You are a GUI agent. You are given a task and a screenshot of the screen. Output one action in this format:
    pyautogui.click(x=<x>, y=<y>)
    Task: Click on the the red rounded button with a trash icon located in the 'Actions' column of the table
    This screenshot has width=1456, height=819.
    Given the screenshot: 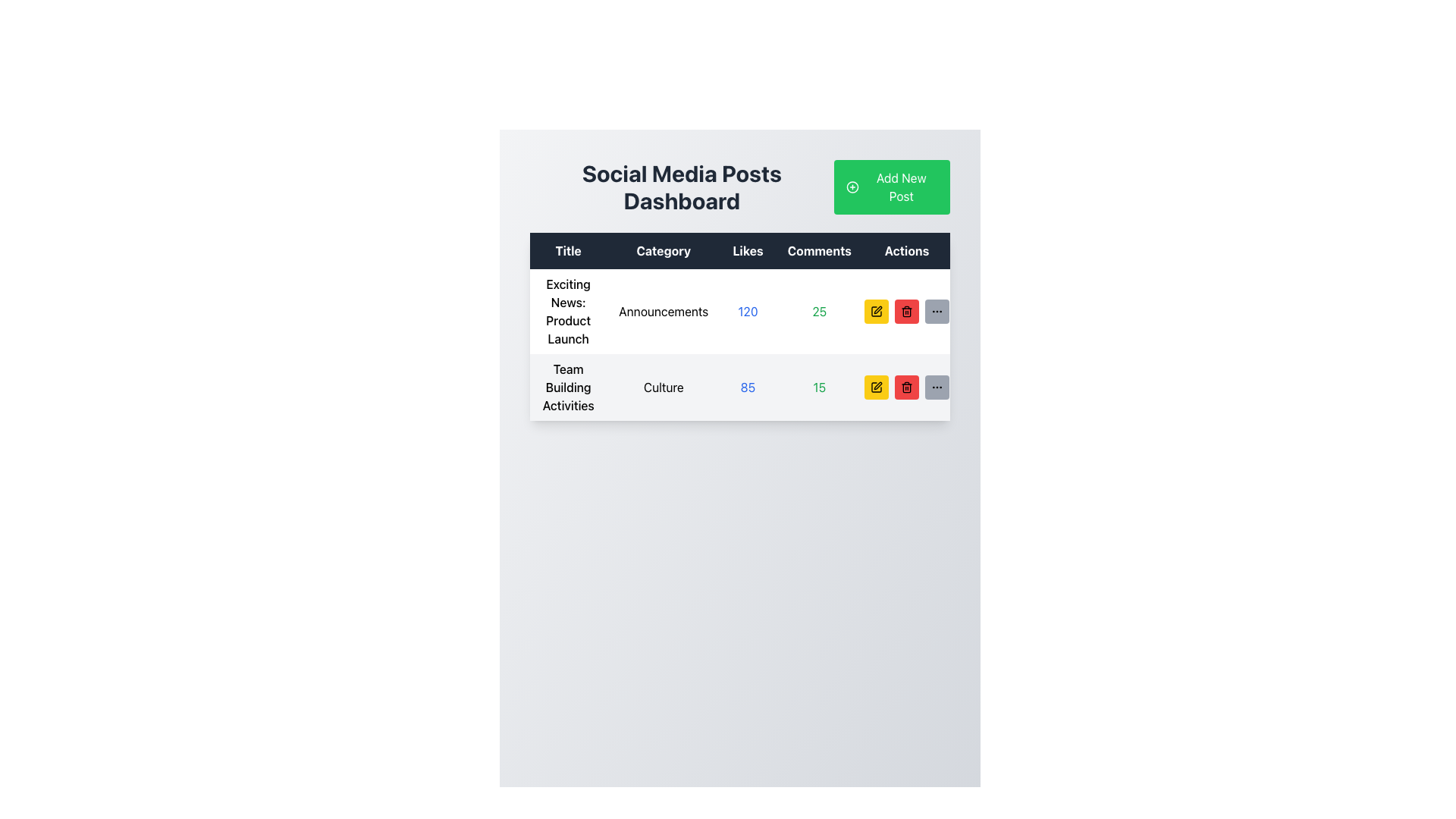 What is the action you would take?
    pyautogui.click(x=906, y=311)
    